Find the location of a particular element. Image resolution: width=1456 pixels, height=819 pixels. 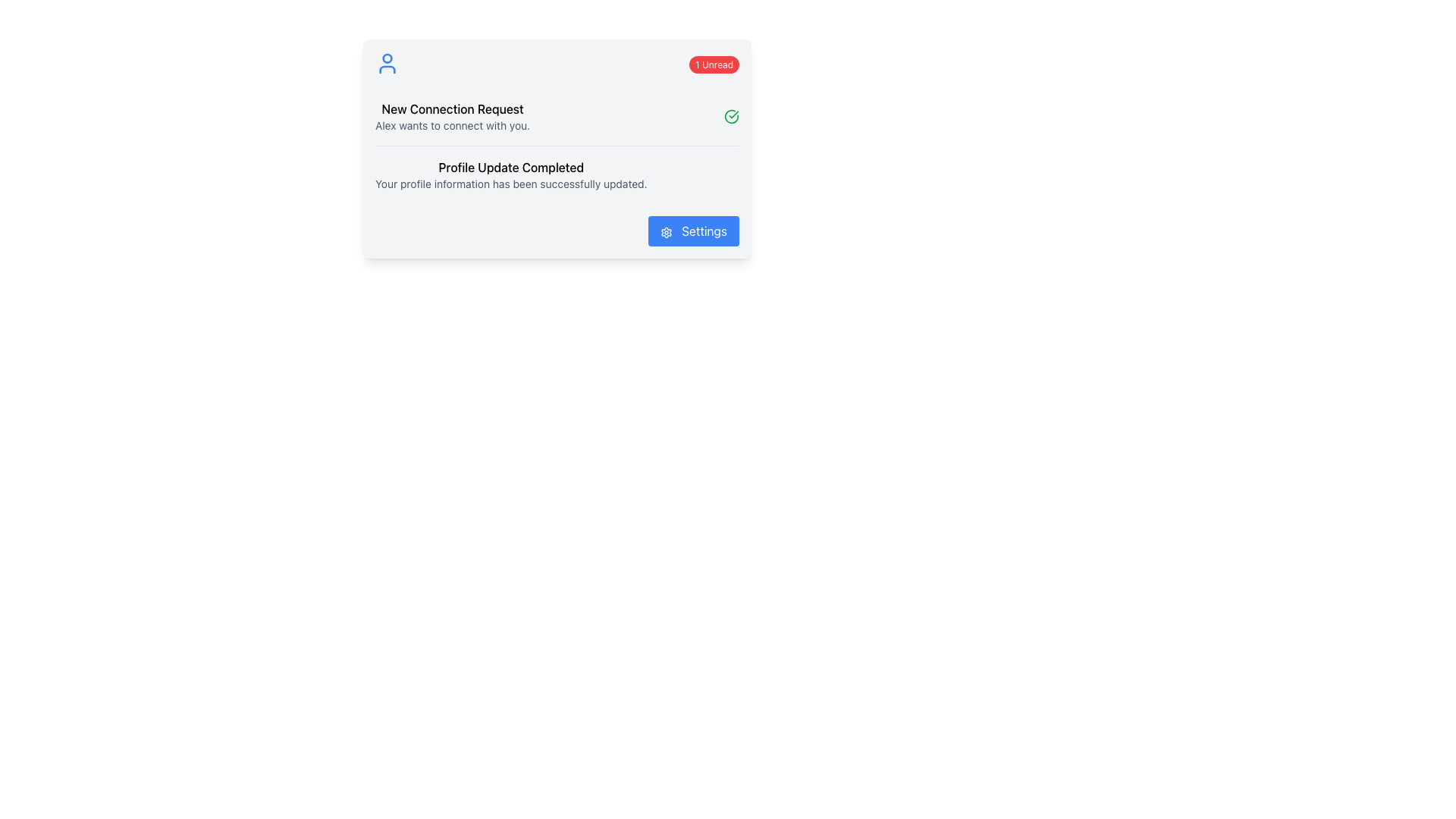

the text block displaying 'Alex wants to connect with you.', which is styled in small light gray font and located beneath the bold heading 'New Connection Request' in the notification card is located at coordinates (452, 124).